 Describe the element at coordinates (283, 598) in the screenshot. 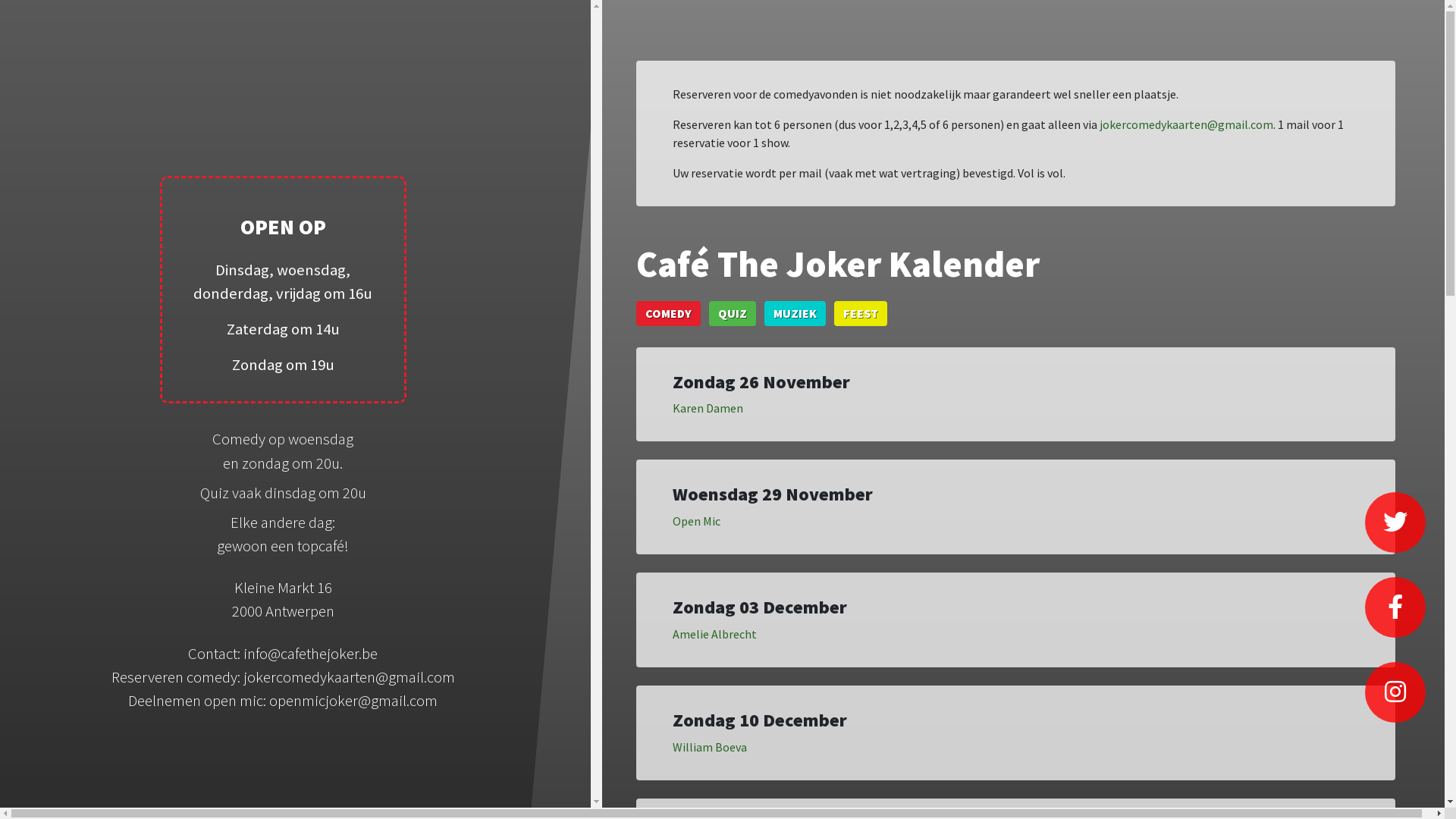

I see `'Kleine Markt 16` at that location.